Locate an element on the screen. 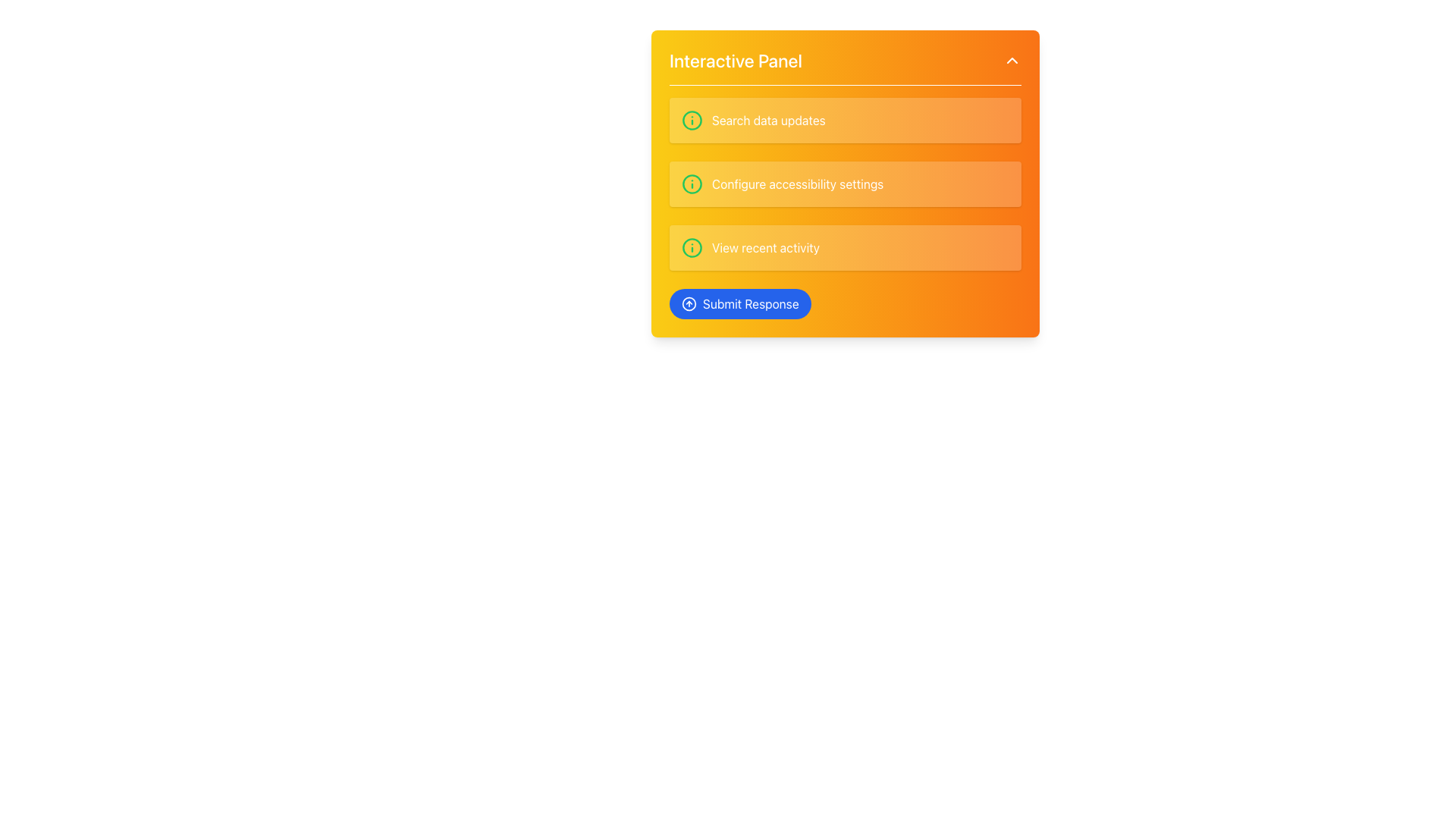 The image size is (1456, 819). the chevron-shaped button with a white color on an orange background located in the top-right corner of the 'Interactive Panel' is located at coordinates (1012, 60).